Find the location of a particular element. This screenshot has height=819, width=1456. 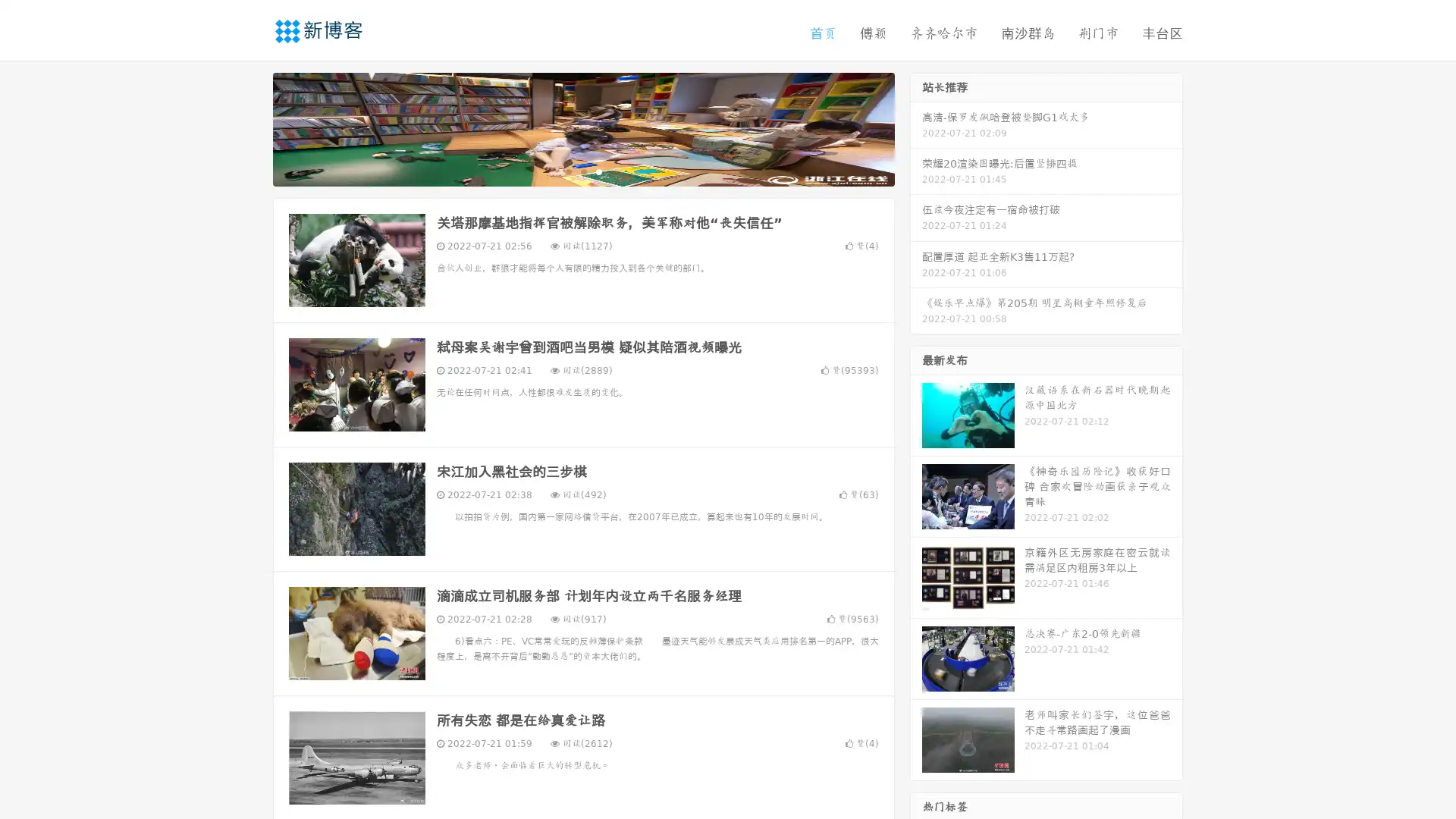

Previous slide is located at coordinates (250, 127).